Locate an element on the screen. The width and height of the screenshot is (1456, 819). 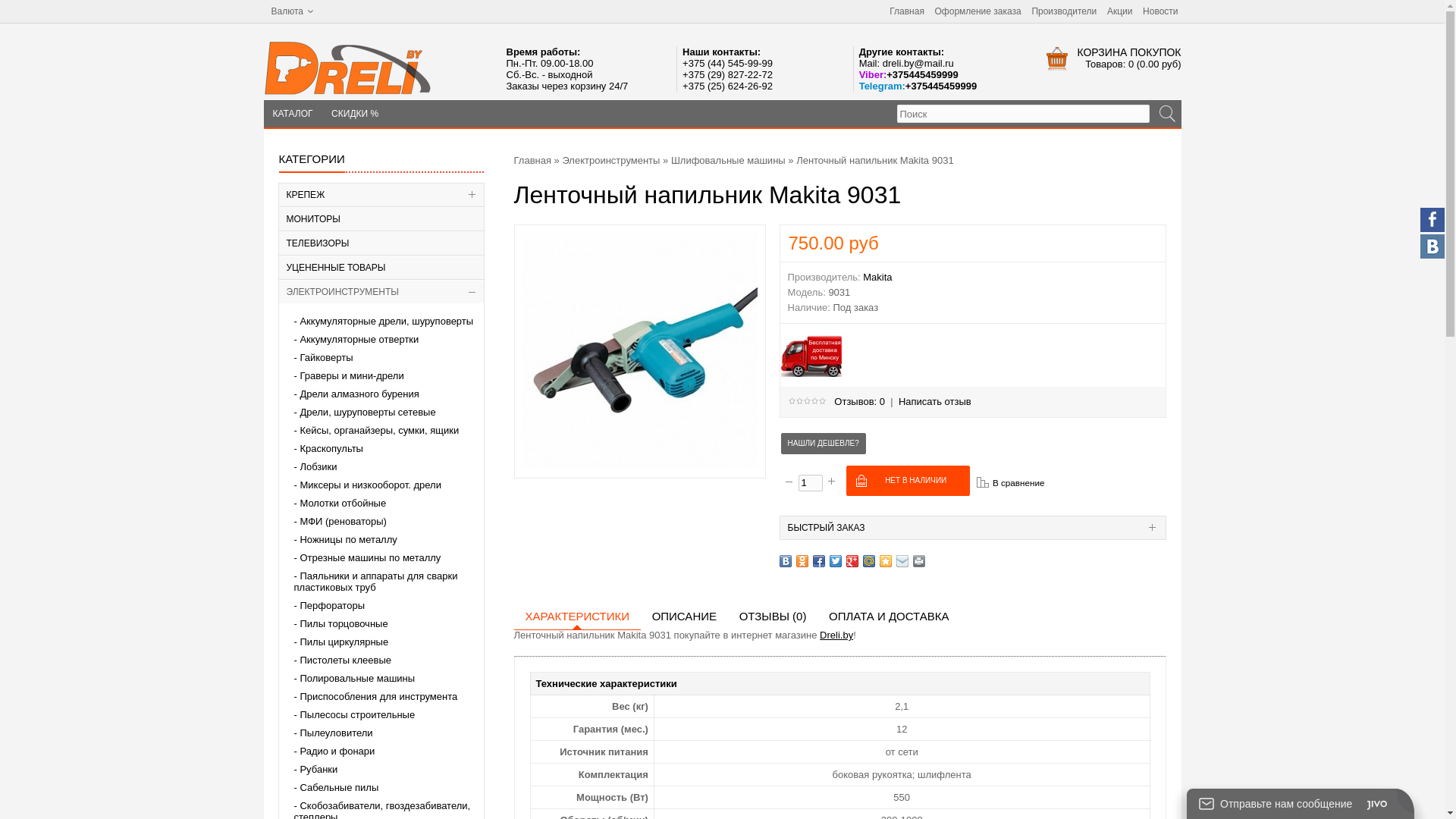
'+375 (29) 827-22-72' is located at coordinates (682, 74).